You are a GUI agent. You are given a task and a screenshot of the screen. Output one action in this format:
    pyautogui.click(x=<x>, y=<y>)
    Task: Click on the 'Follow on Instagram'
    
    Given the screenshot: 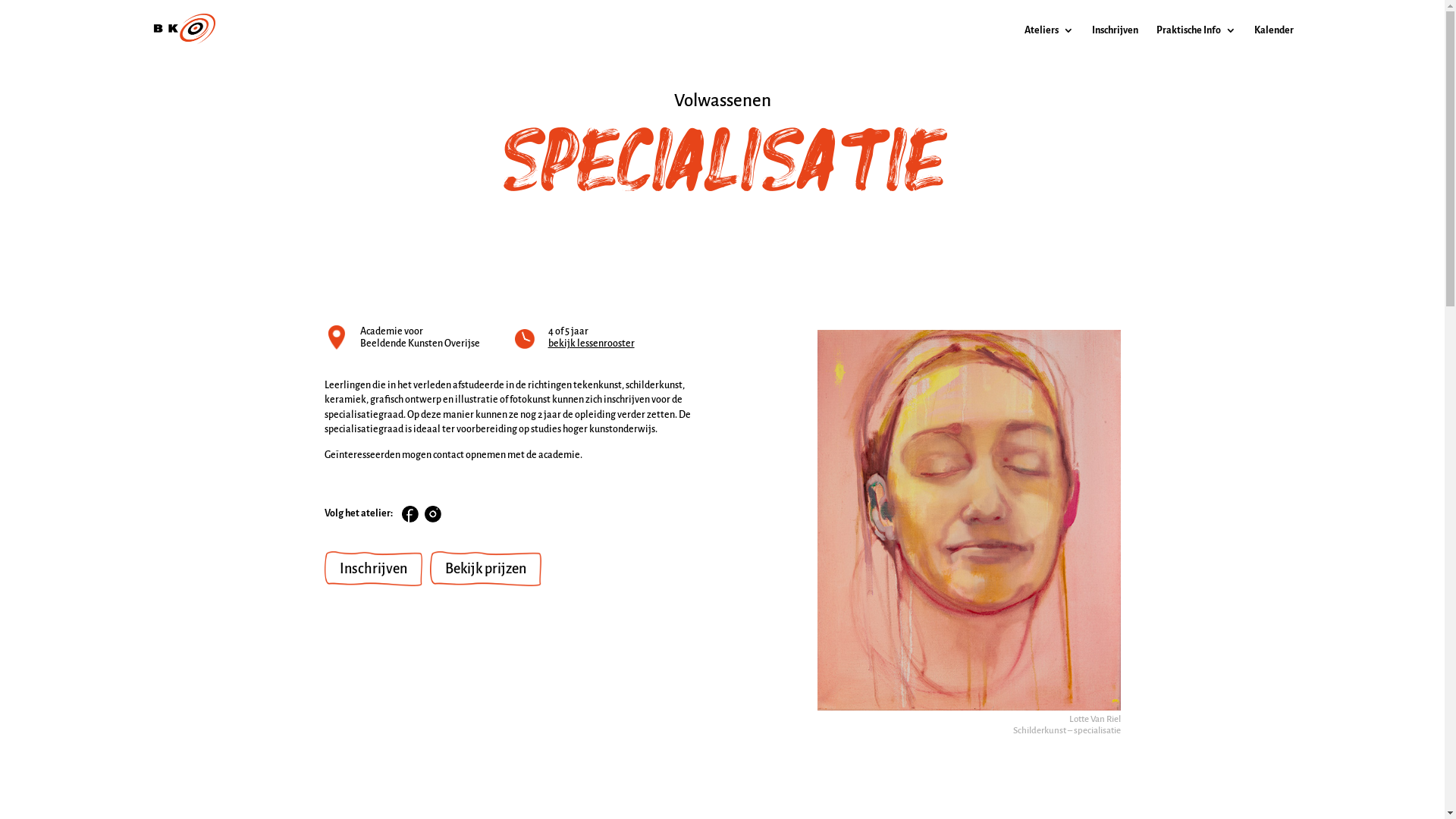 What is the action you would take?
    pyautogui.click(x=425, y=513)
    